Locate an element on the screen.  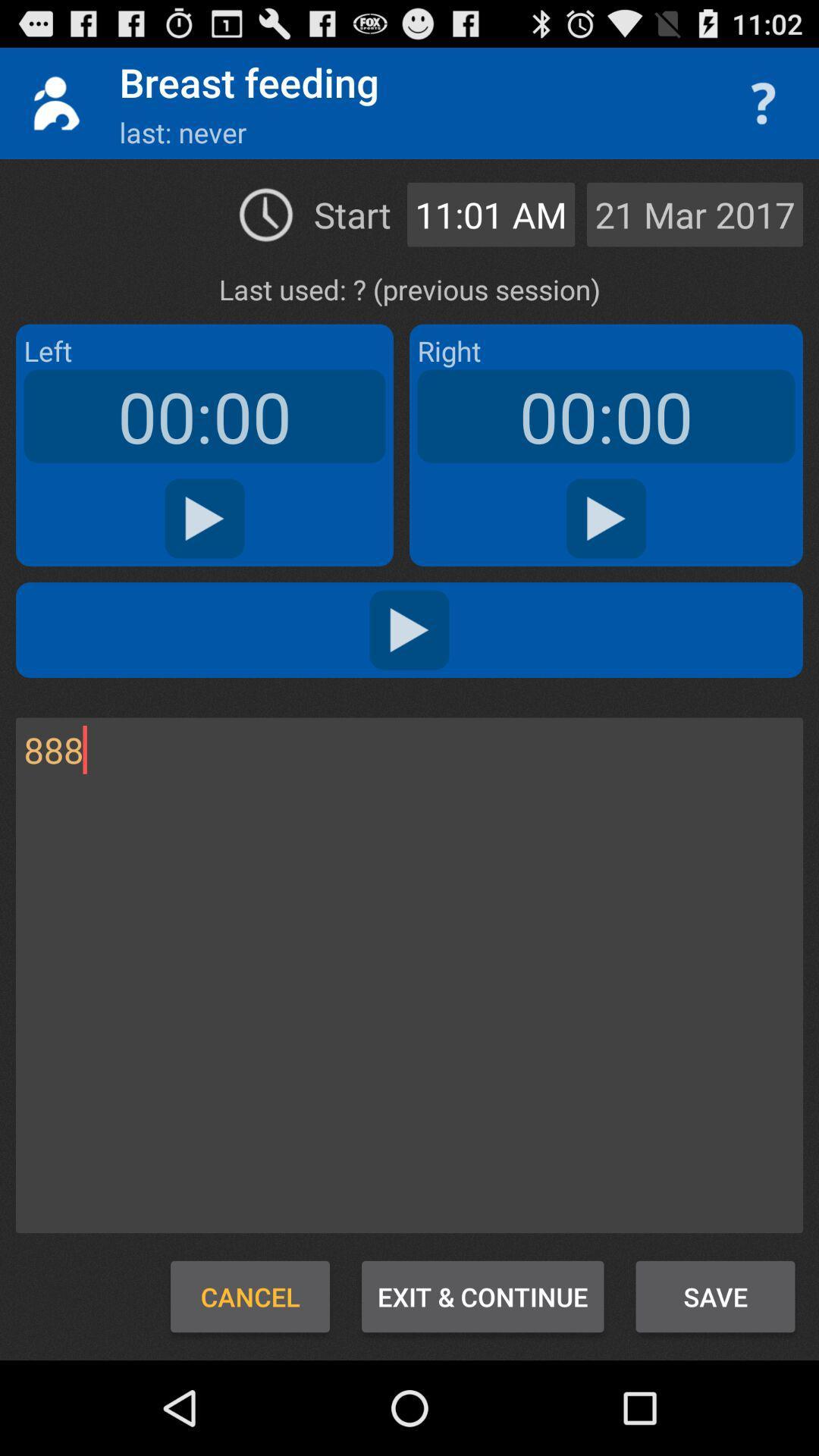
play is located at coordinates (409, 629).